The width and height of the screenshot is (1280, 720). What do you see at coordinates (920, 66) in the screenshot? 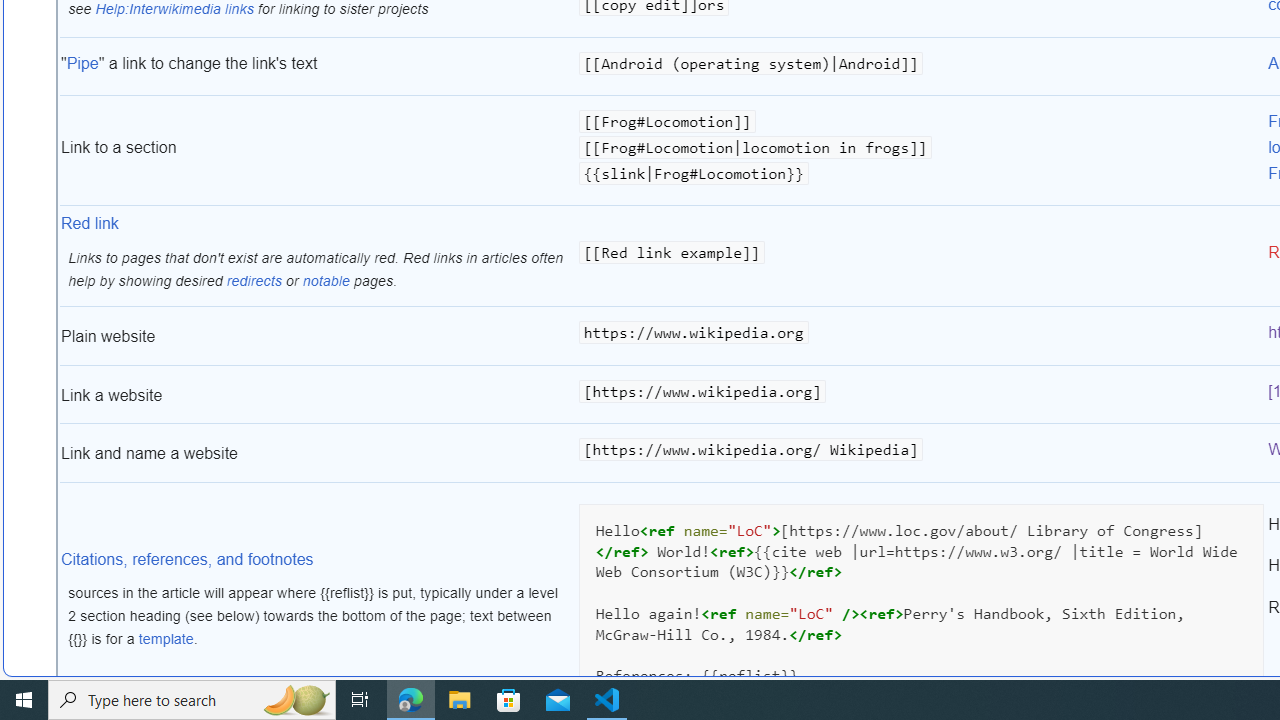
I see `'[[Android (operating system)|Android]]'` at bounding box center [920, 66].